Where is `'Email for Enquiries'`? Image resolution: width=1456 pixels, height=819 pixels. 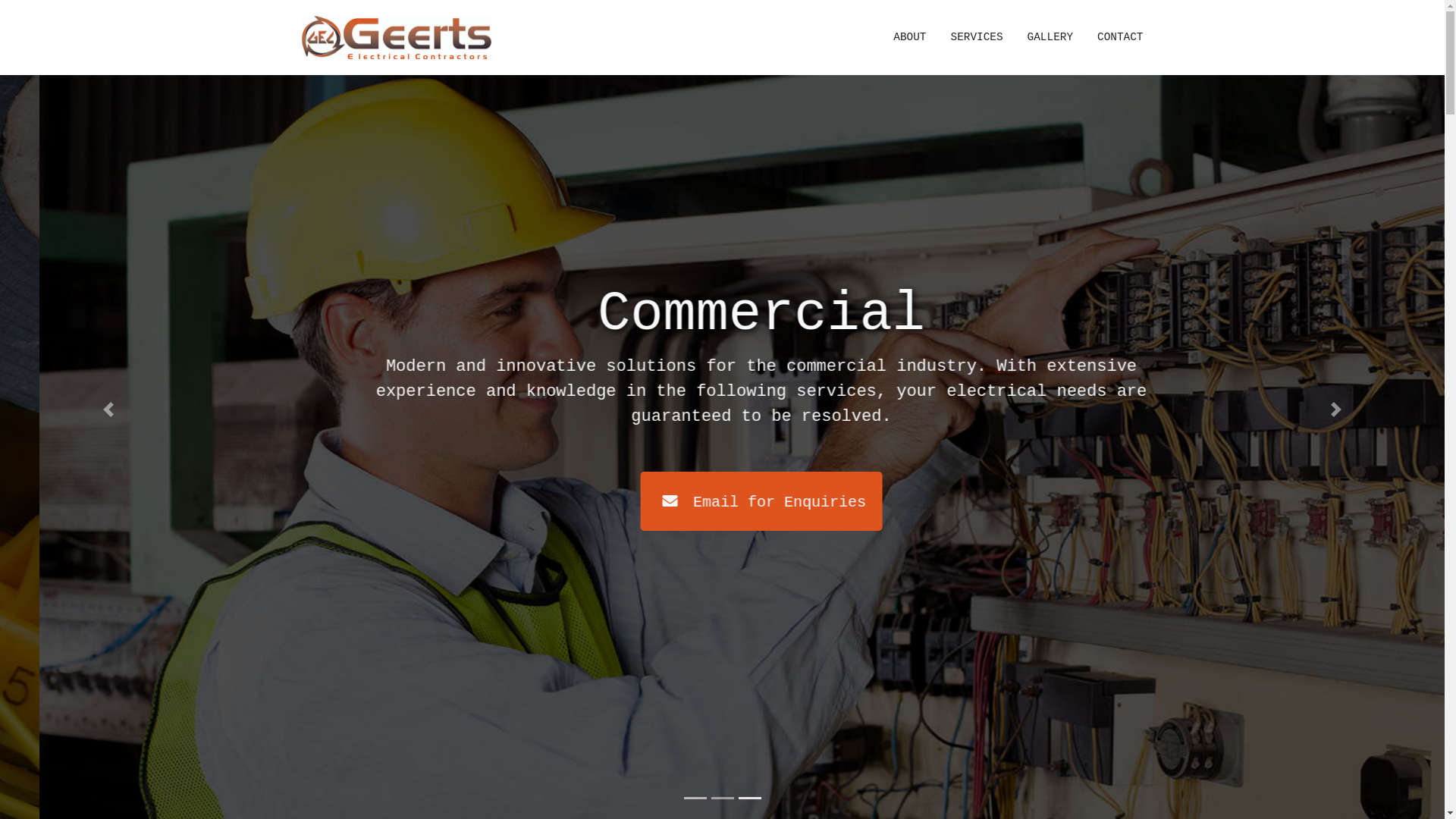
'Email for Enquiries' is located at coordinates (502, 500).